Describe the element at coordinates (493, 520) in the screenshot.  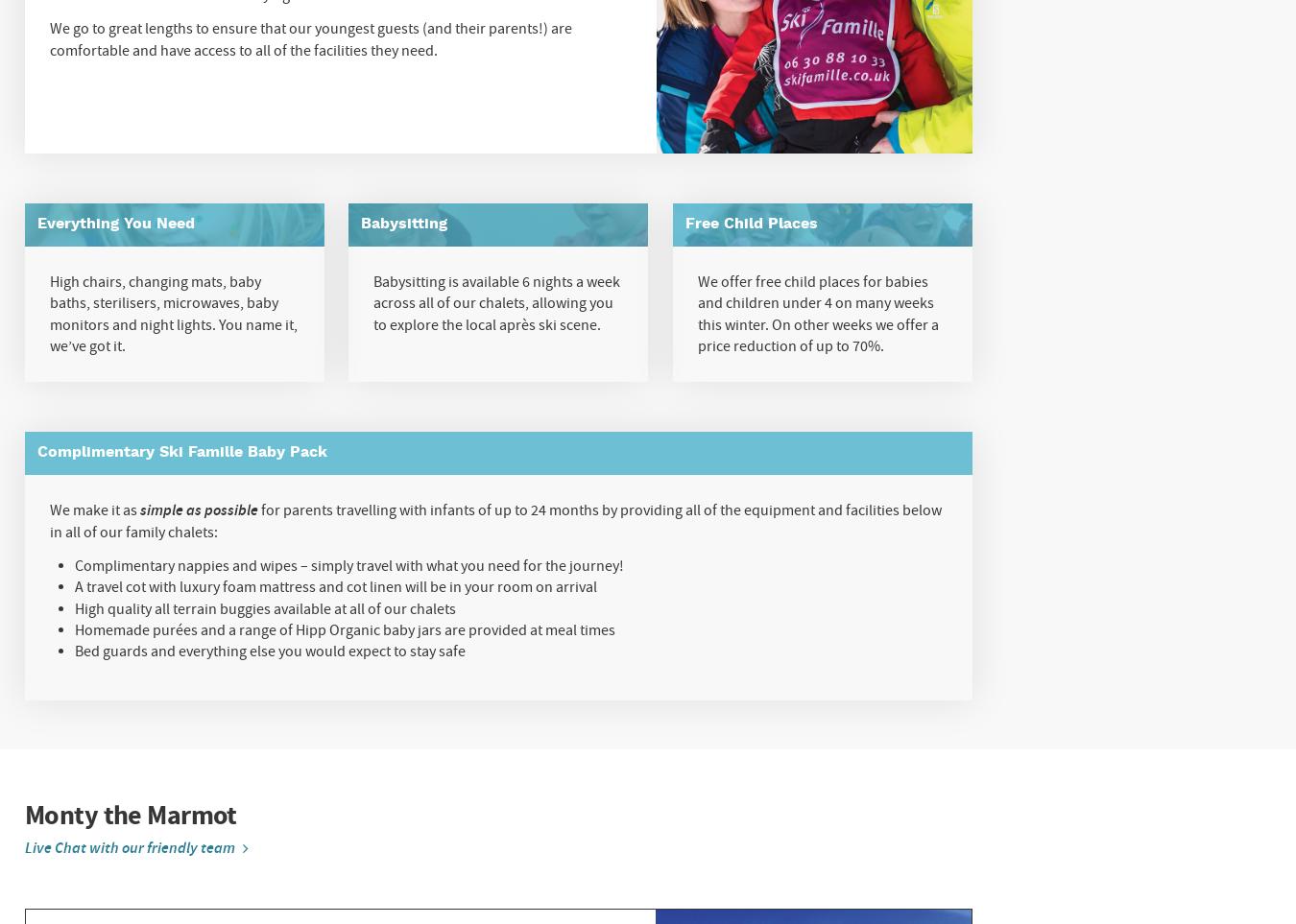
I see `'for parents travelling with infants of up to 24 months by providing all of the equipment and facilities below in all of our family chalets:'` at that location.